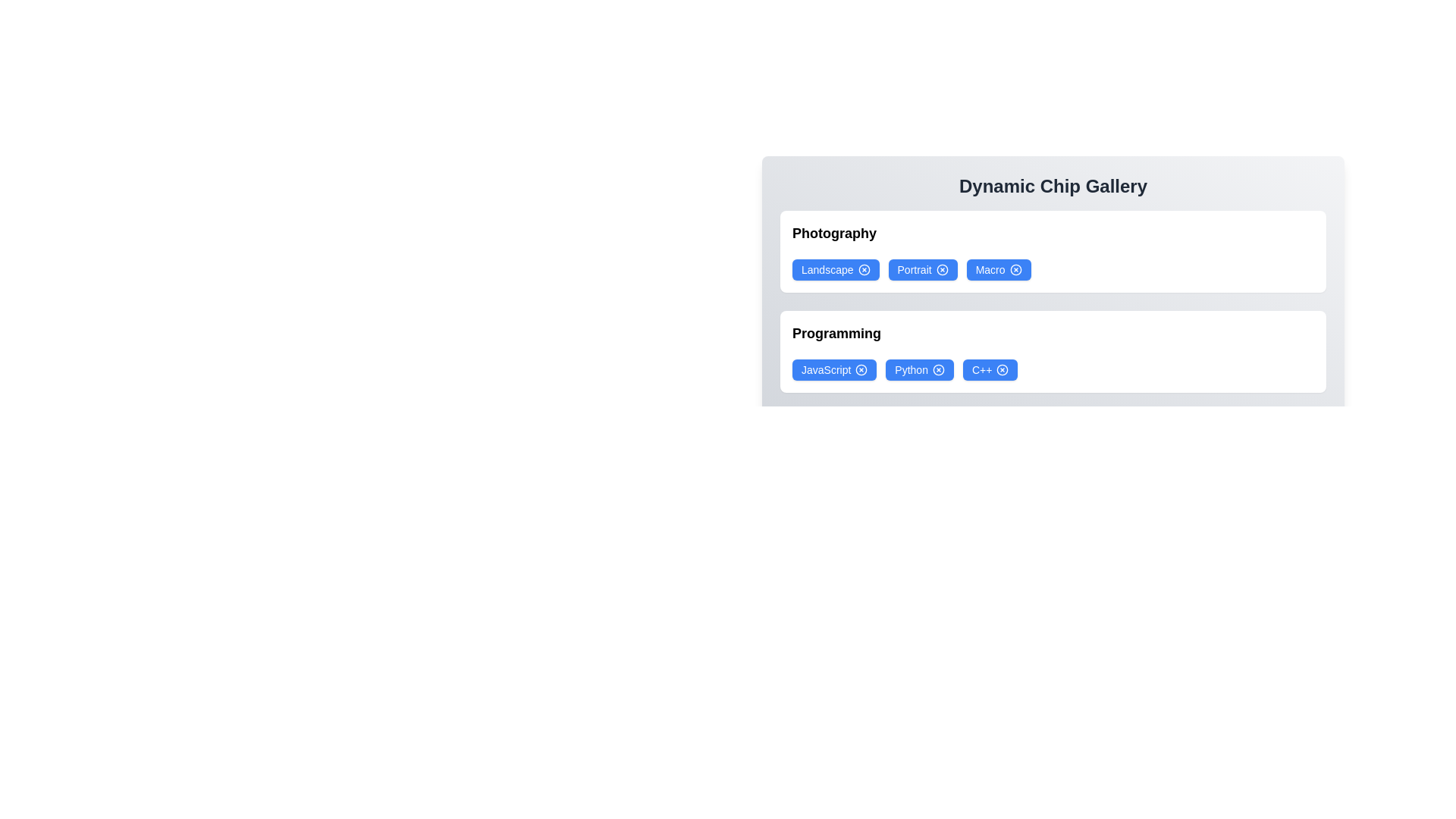  Describe the element at coordinates (1015, 268) in the screenshot. I see `'X' icon on the chip labeled Macro to remove it` at that location.